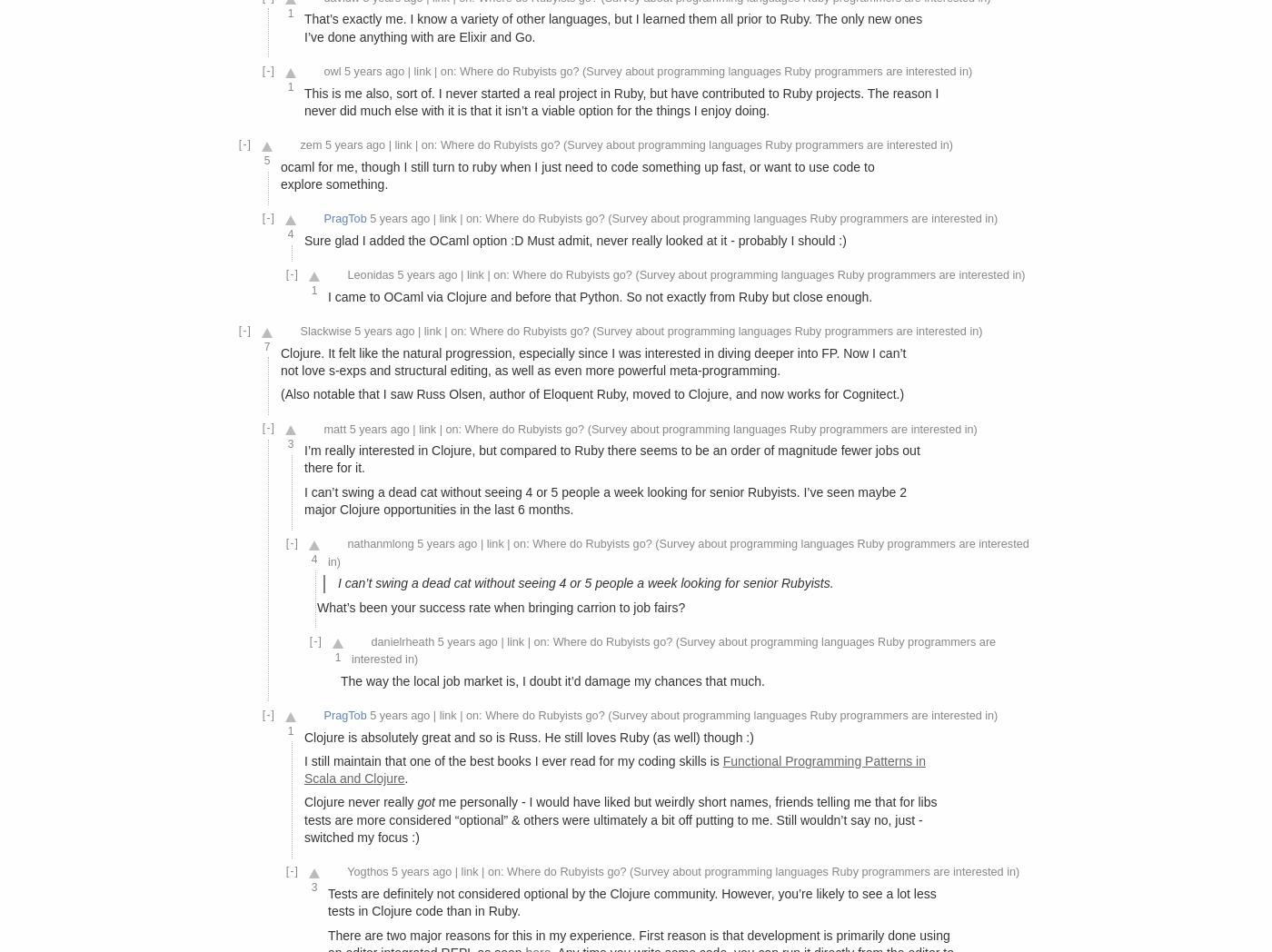 The width and height of the screenshot is (1272, 952). What do you see at coordinates (380, 544) in the screenshot?
I see `'nathanmlong'` at bounding box center [380, 544].